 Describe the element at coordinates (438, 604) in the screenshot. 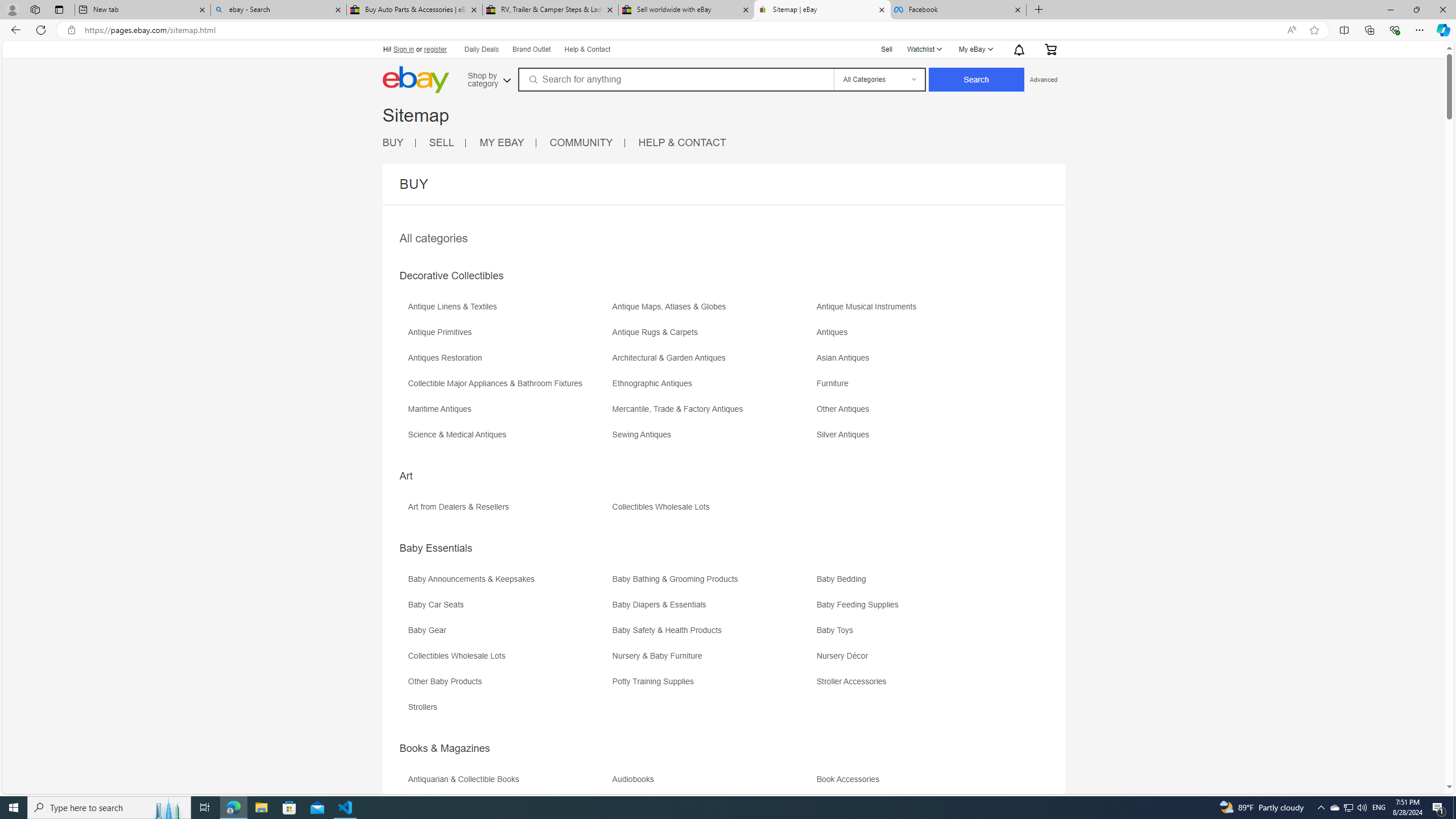

I see `'Baby Car Seats'` at that location.